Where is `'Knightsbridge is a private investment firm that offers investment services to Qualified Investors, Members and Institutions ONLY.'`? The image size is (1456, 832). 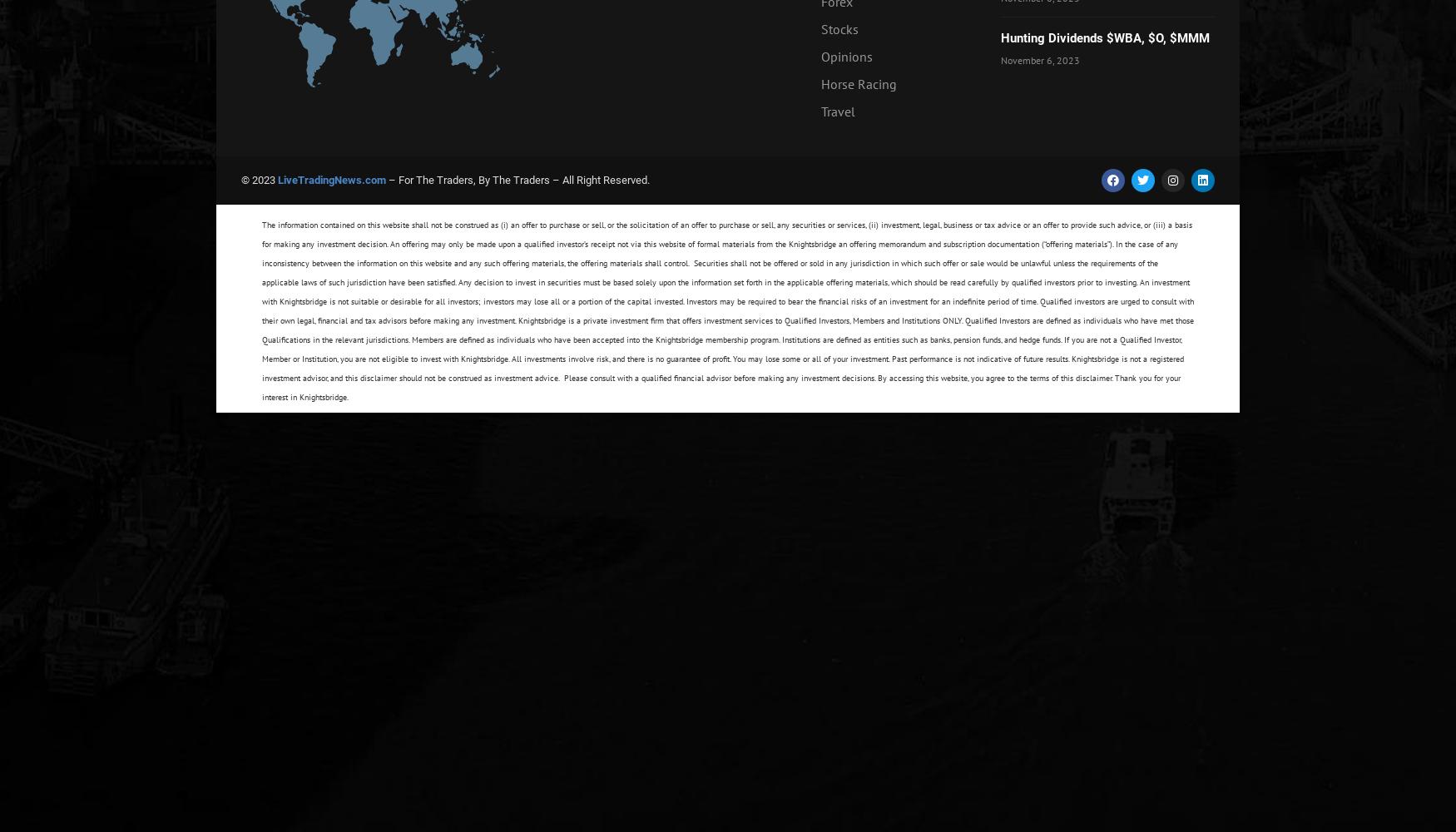
'Knightsbridge is a private investment firm that offers investment services to Qualified Investors, Members and Institutions ONLY.' is located at coordinates (740, 320).